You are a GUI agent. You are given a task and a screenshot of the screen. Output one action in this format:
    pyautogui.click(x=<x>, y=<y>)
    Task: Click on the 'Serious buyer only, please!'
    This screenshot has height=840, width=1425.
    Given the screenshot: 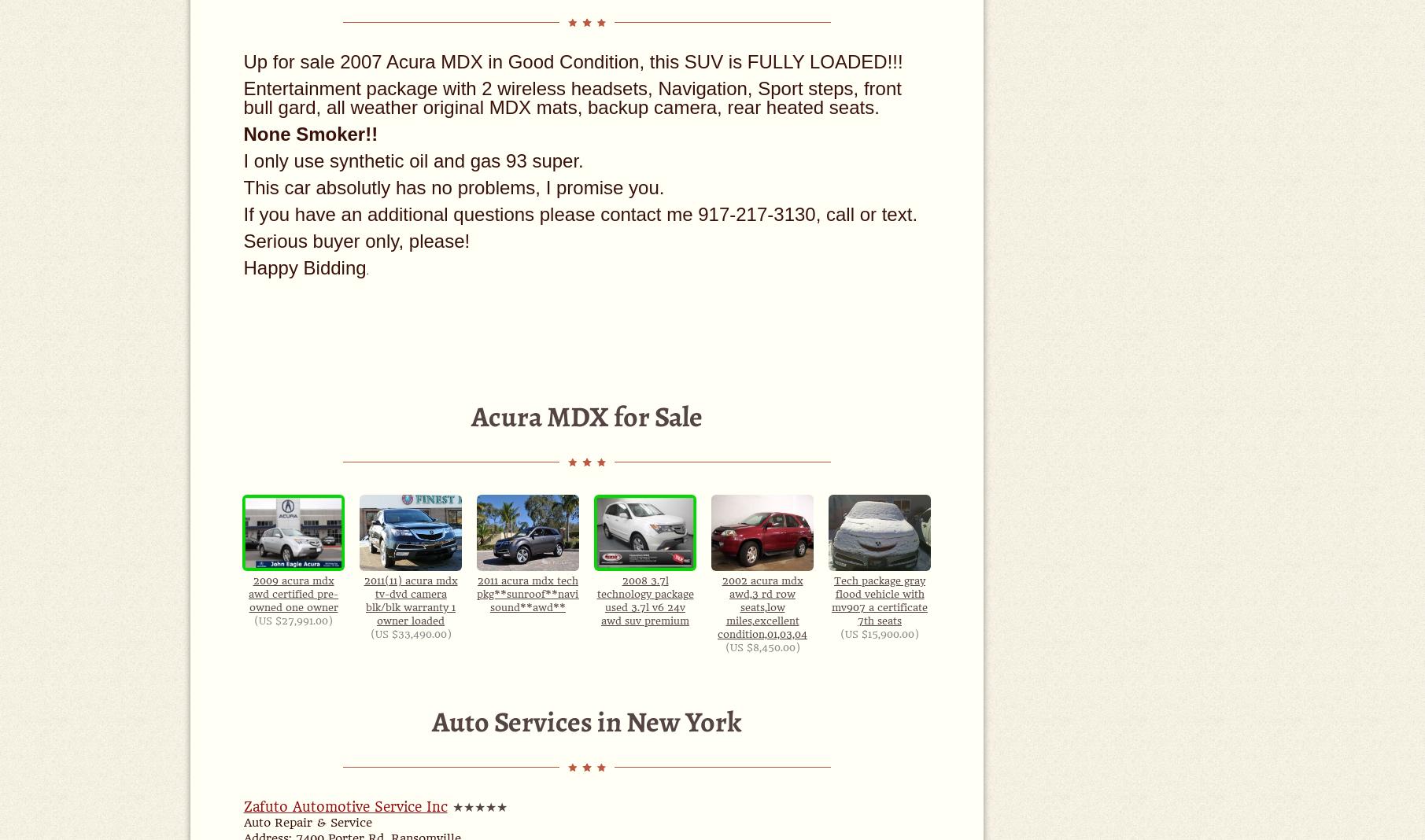 What is the action you would take?
    pyautogui.click(x=242, y=240)
    